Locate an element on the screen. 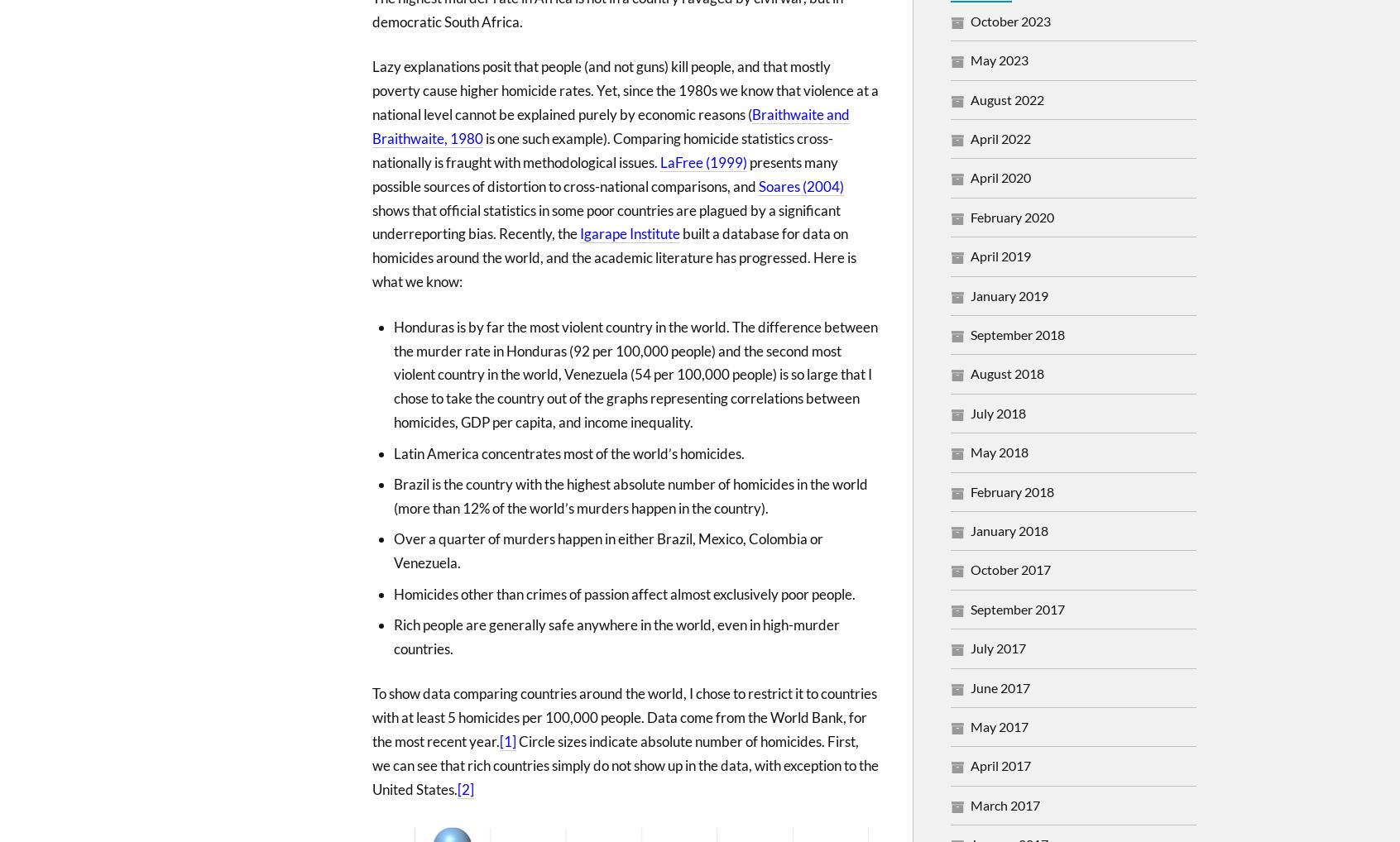 The width and height of the screenshot is (1400, 842). 'shows that official statistics in some poor countries are plagued by a significant underreporting bias. Recently, the' is located at coordinates (605, 222).